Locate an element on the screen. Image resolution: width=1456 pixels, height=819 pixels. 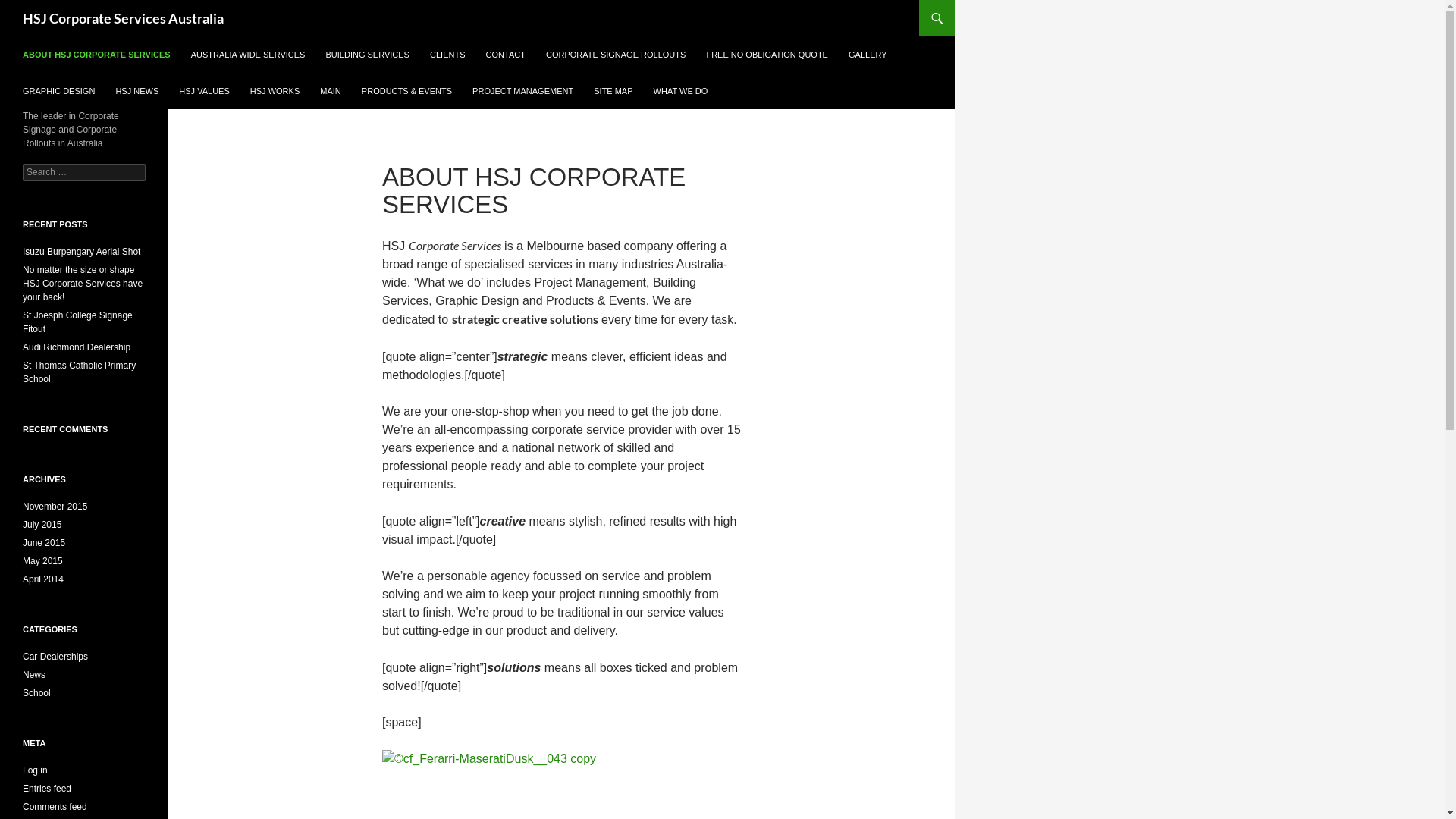
'November 2015' is located at coordinates (22, 506).